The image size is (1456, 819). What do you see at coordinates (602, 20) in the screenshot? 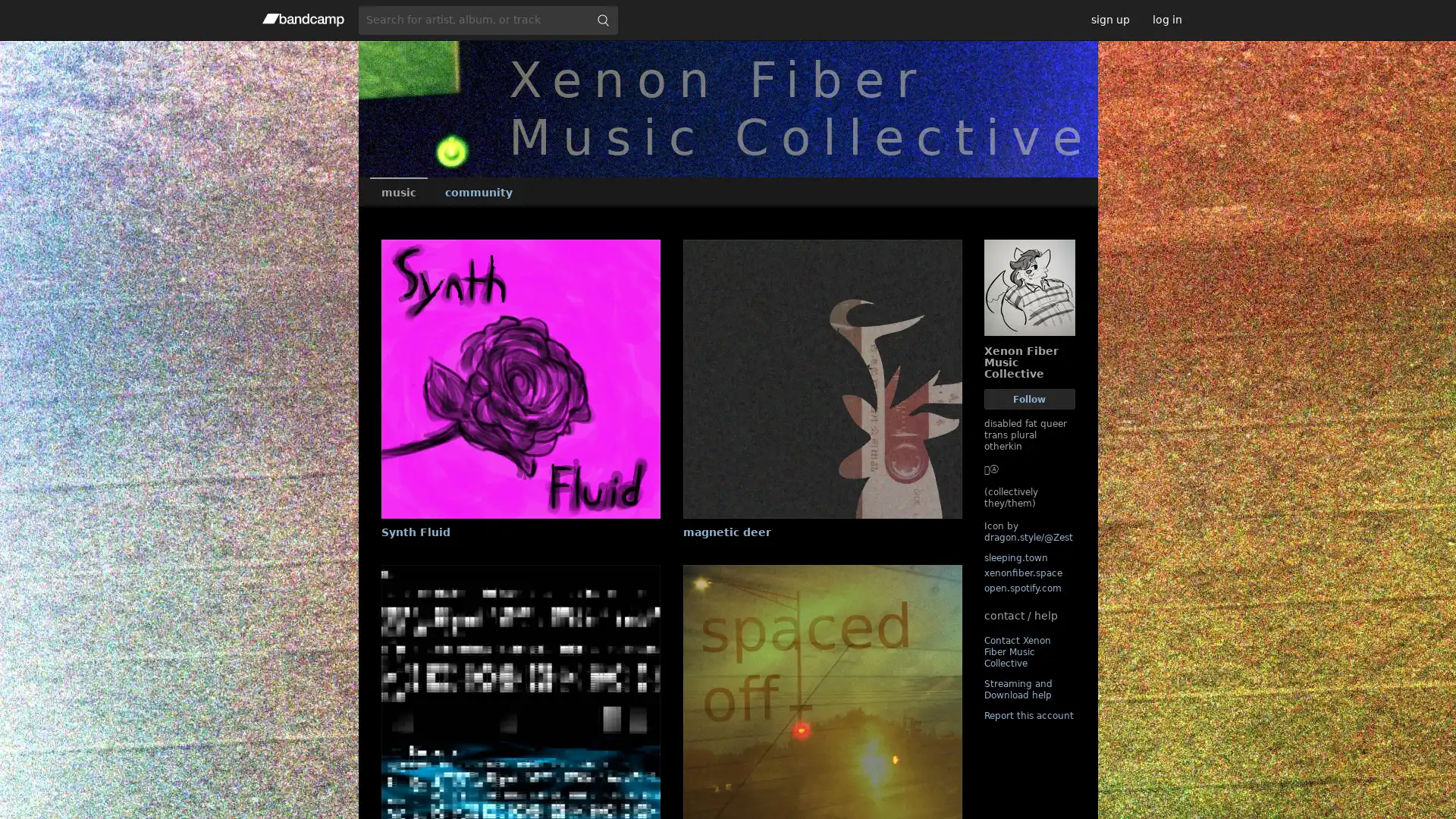
I see `submit for full search page` at bounding box center [602, 20].